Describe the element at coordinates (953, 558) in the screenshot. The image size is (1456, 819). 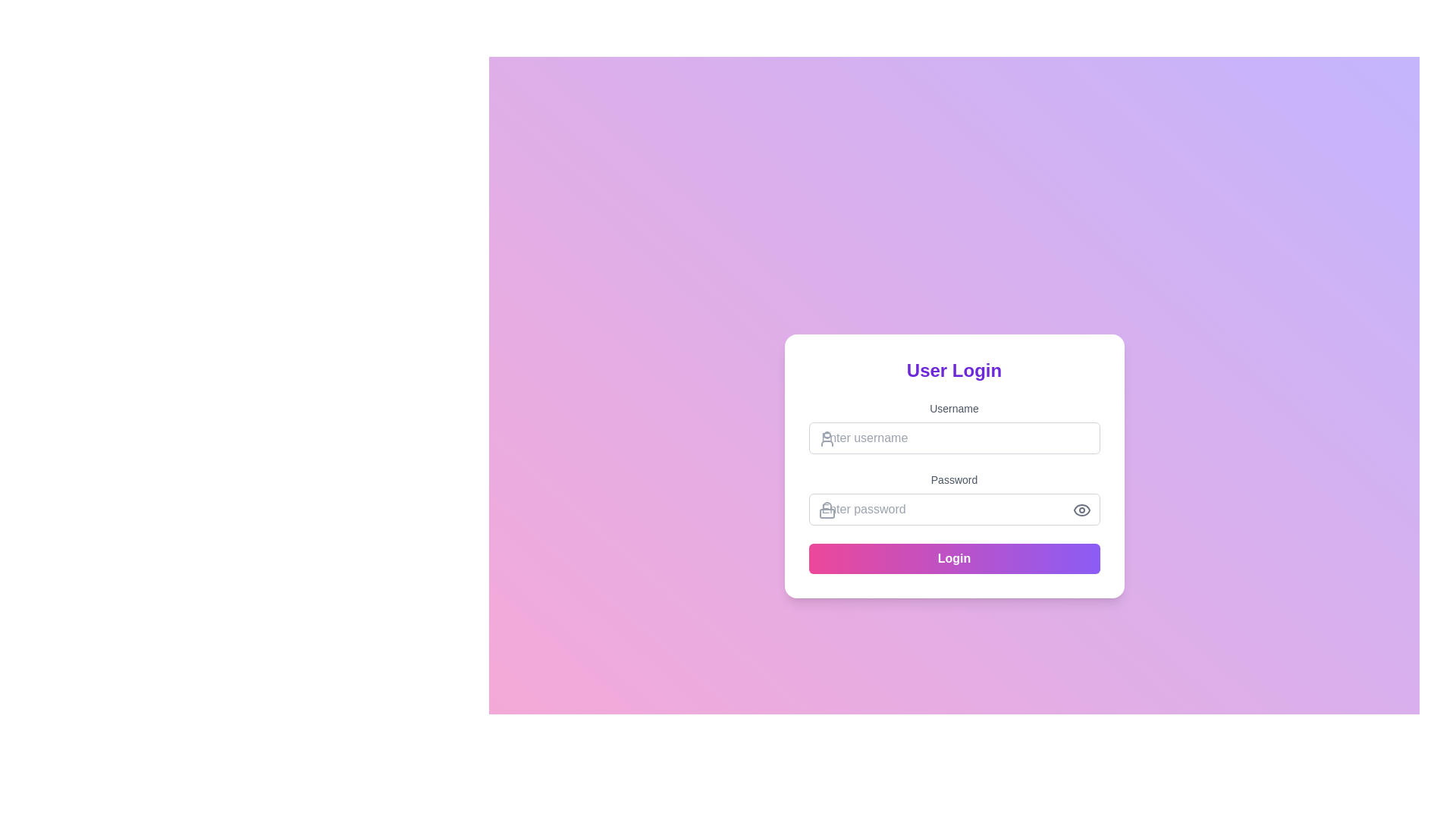
I see `the submit button located below the 'Username' and 'Password' fields in the 'User Login' form` at that location.